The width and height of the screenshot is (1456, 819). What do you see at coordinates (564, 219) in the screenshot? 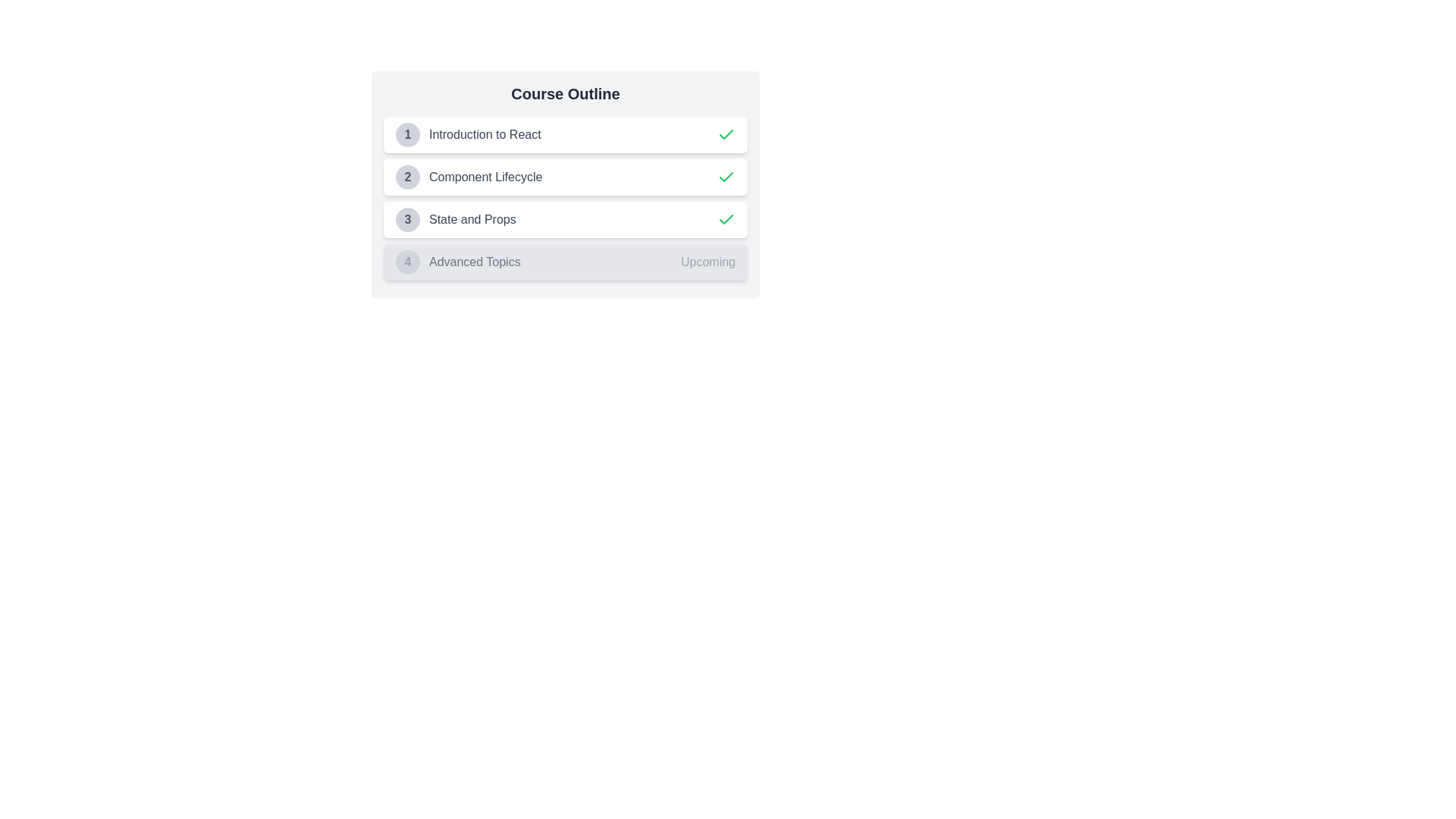
I see `the List Item Card representing the third topic 'State and Props' in the course outline for mobile interaction` at bounding box center [564, 219].